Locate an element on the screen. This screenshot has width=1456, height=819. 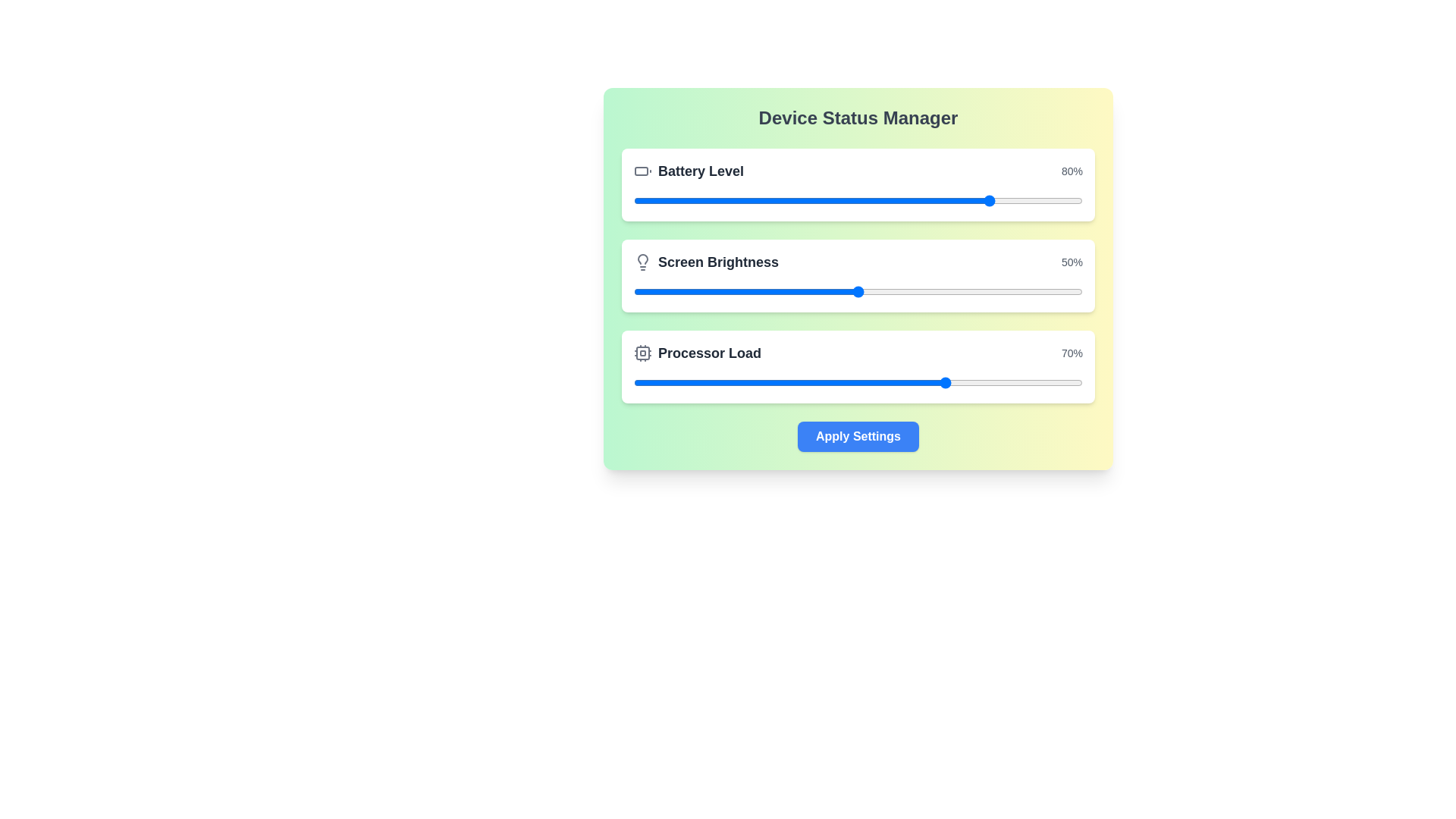
the displayed battery percentage '80%' on the informational display component featuring a battery icon and labeled 'Battery Level' is located at coordinates (858, 171).